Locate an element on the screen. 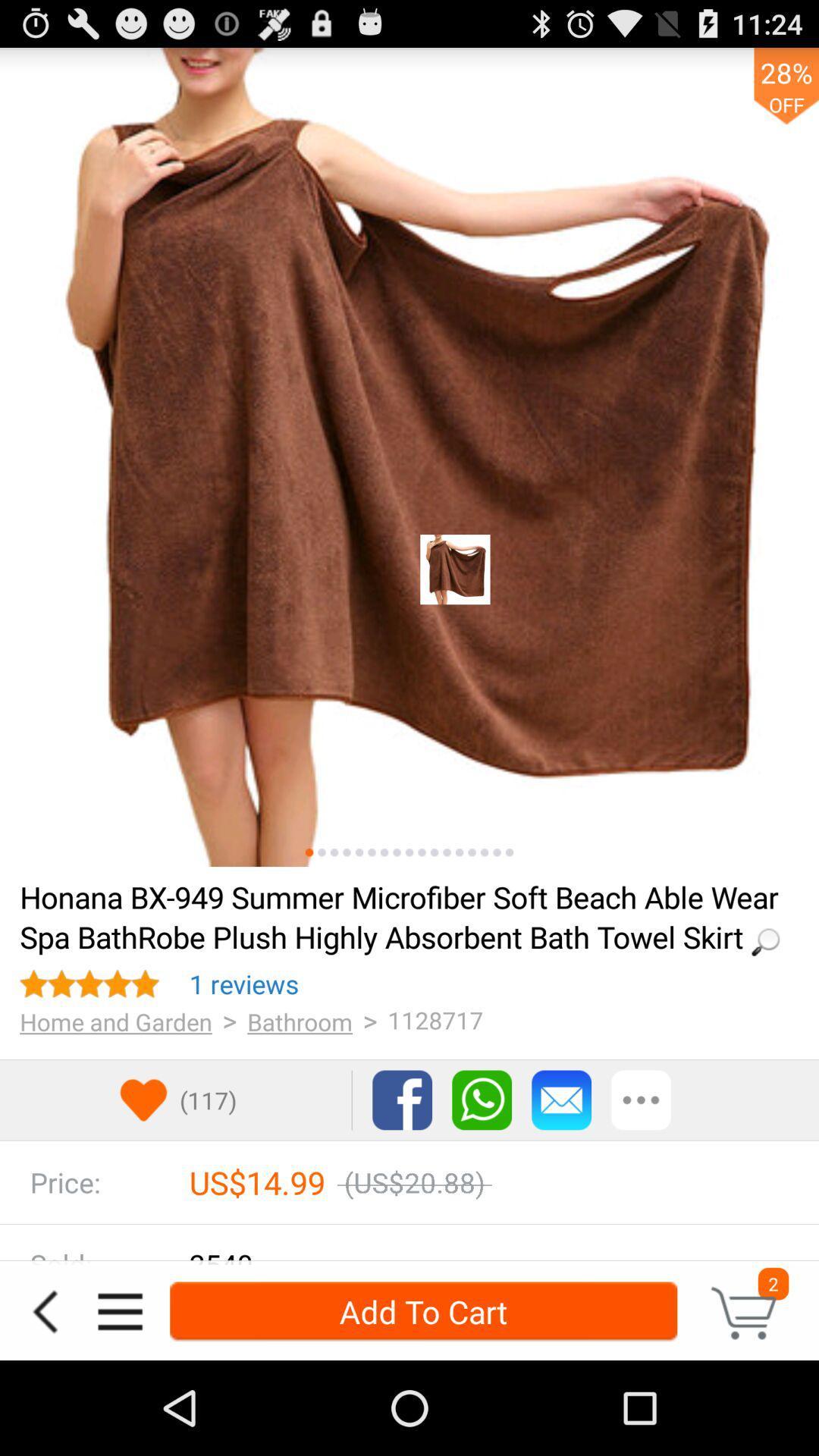 The image size is (819, 1456). next image is located at coordinates (458, 852).